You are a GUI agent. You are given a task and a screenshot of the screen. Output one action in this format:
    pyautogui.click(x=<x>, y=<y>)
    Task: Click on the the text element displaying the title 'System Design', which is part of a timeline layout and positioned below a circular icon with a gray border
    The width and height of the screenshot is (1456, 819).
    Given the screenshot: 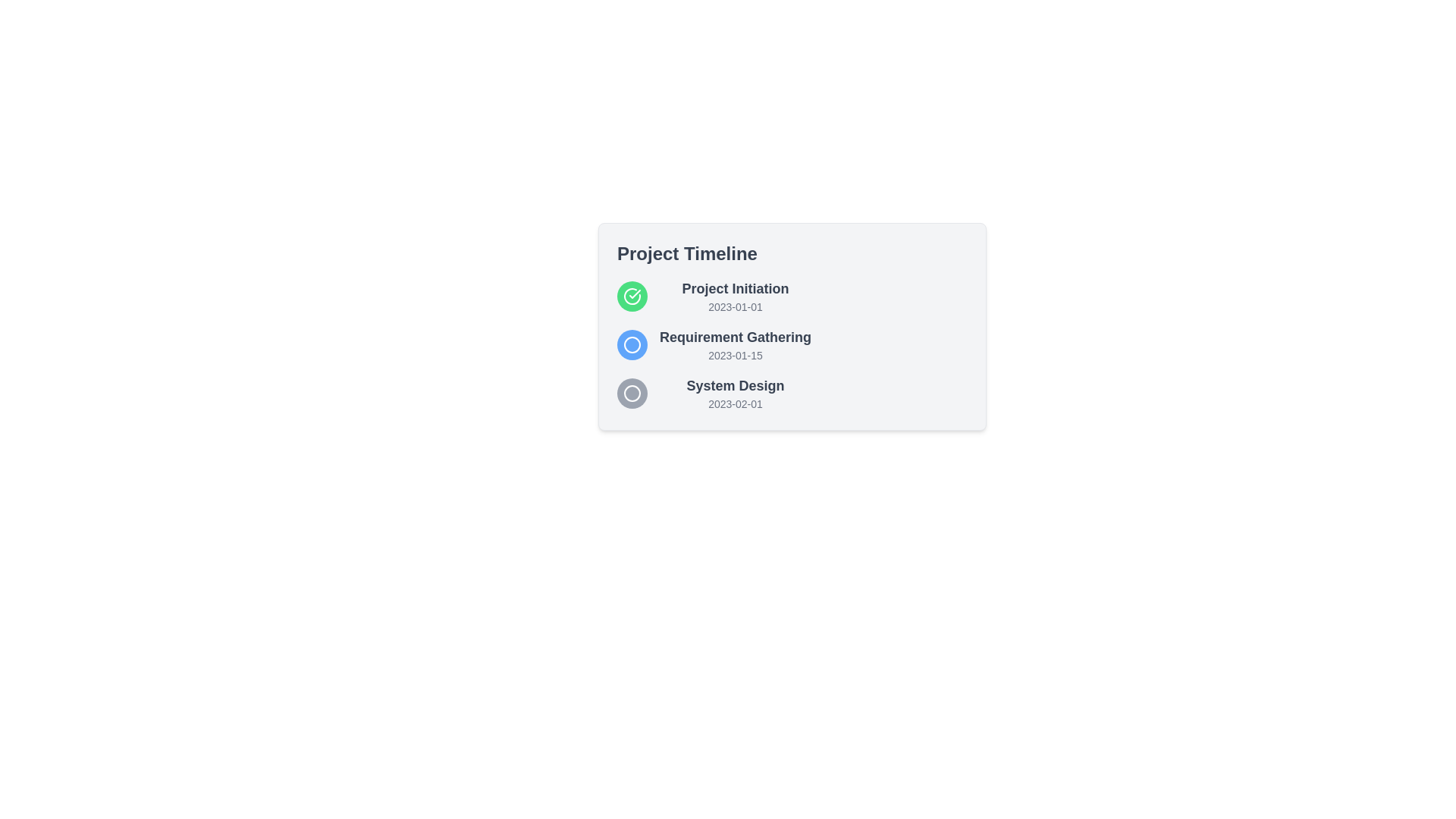 What is the action you would take?
    pyautogui.click(x=735, y=385)
    